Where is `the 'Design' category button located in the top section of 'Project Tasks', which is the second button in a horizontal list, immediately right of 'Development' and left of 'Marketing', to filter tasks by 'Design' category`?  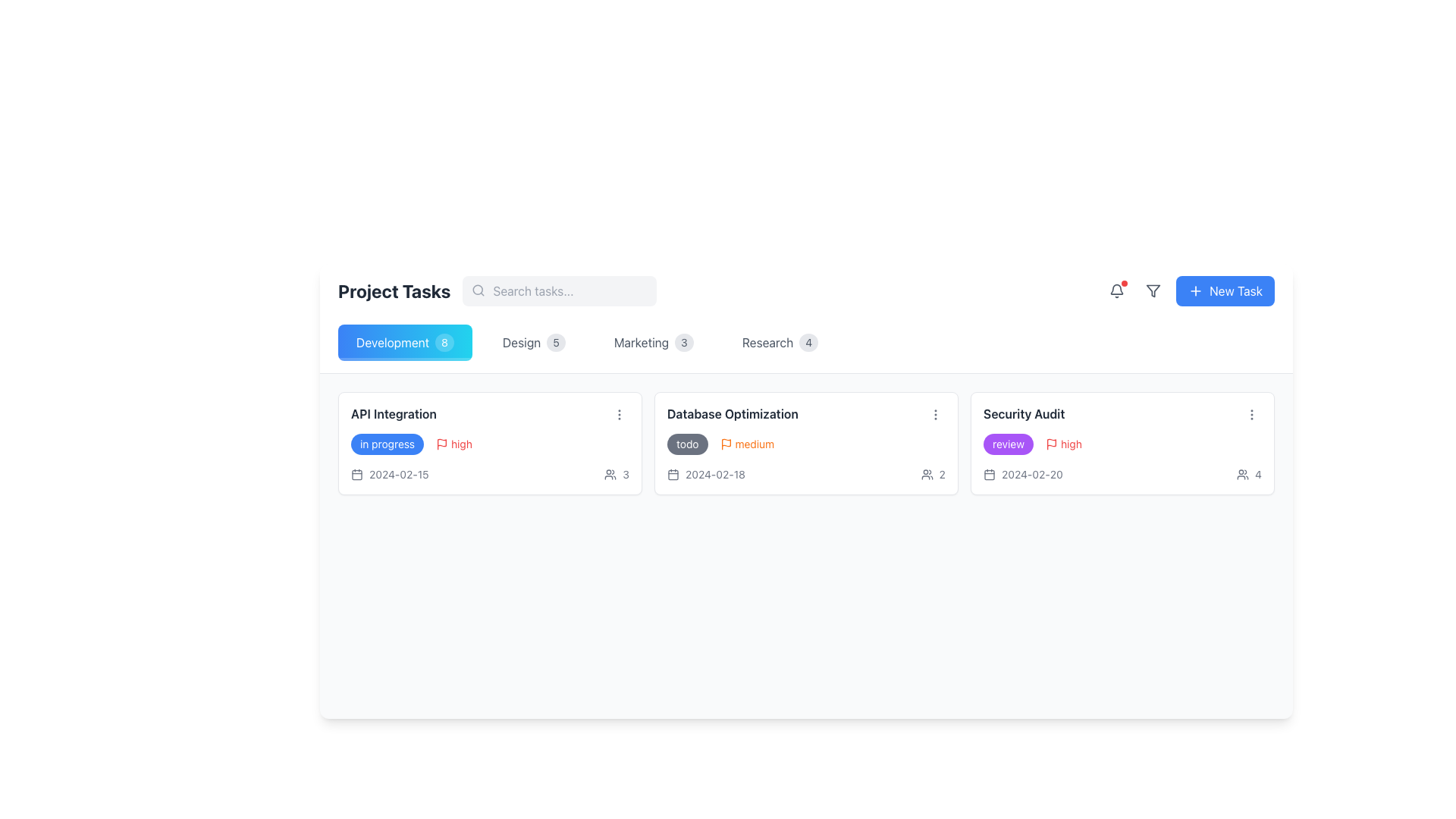
the 'Design' category button located in the top section of 'Project Tasks', which is the second button in a horizontal list, immediately right of 'Development' and left of 'Marketing', to filter tasks by 'Design' category is located at coordinates (534, 342).